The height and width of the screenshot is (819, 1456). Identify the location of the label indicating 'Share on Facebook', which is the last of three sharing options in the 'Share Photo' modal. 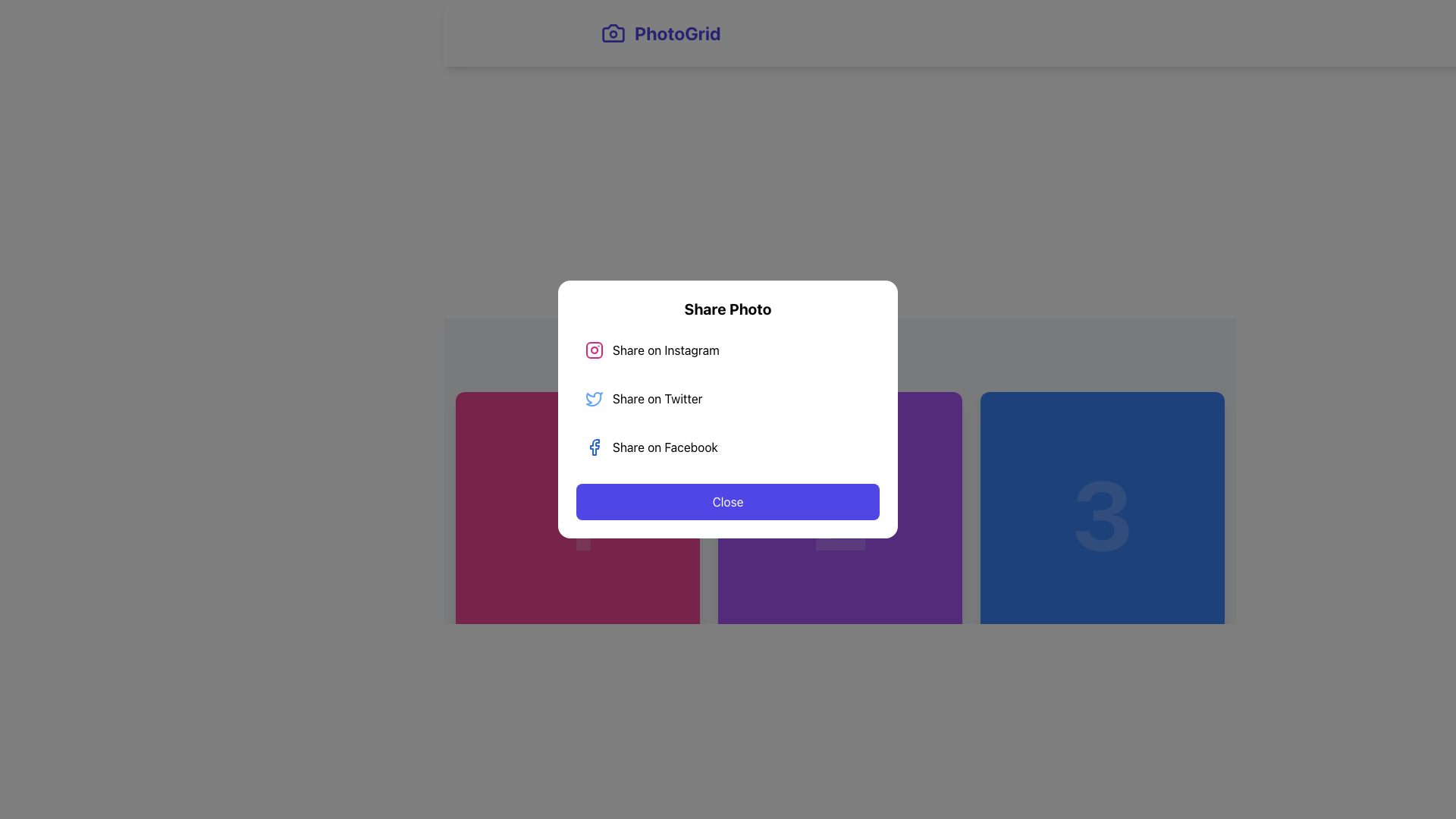
(665, 447).